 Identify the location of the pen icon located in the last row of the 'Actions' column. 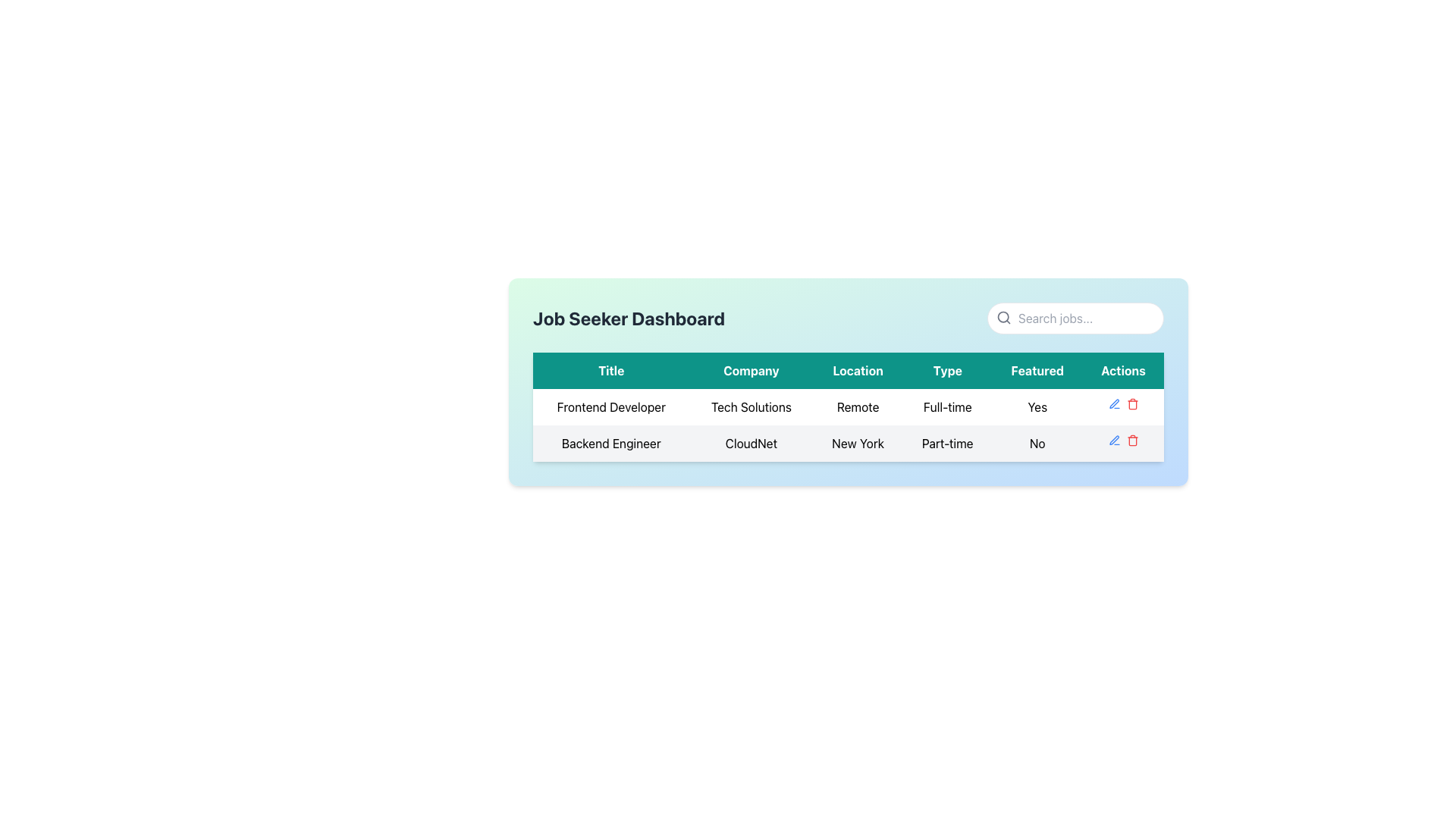
(1114, 403).